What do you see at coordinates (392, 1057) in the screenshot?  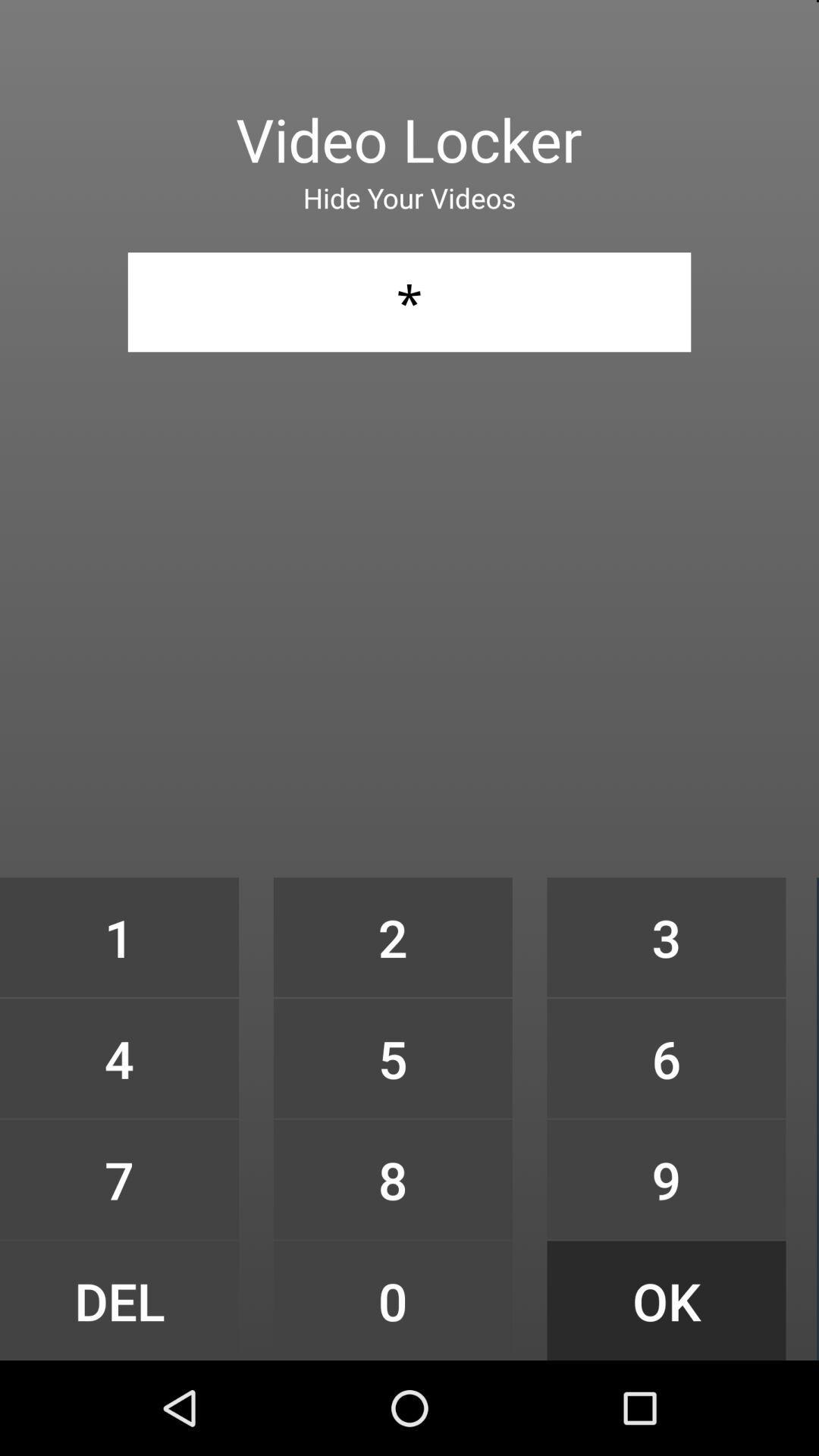 I see `the item below 2 item` at bounding box center [392, 1057].